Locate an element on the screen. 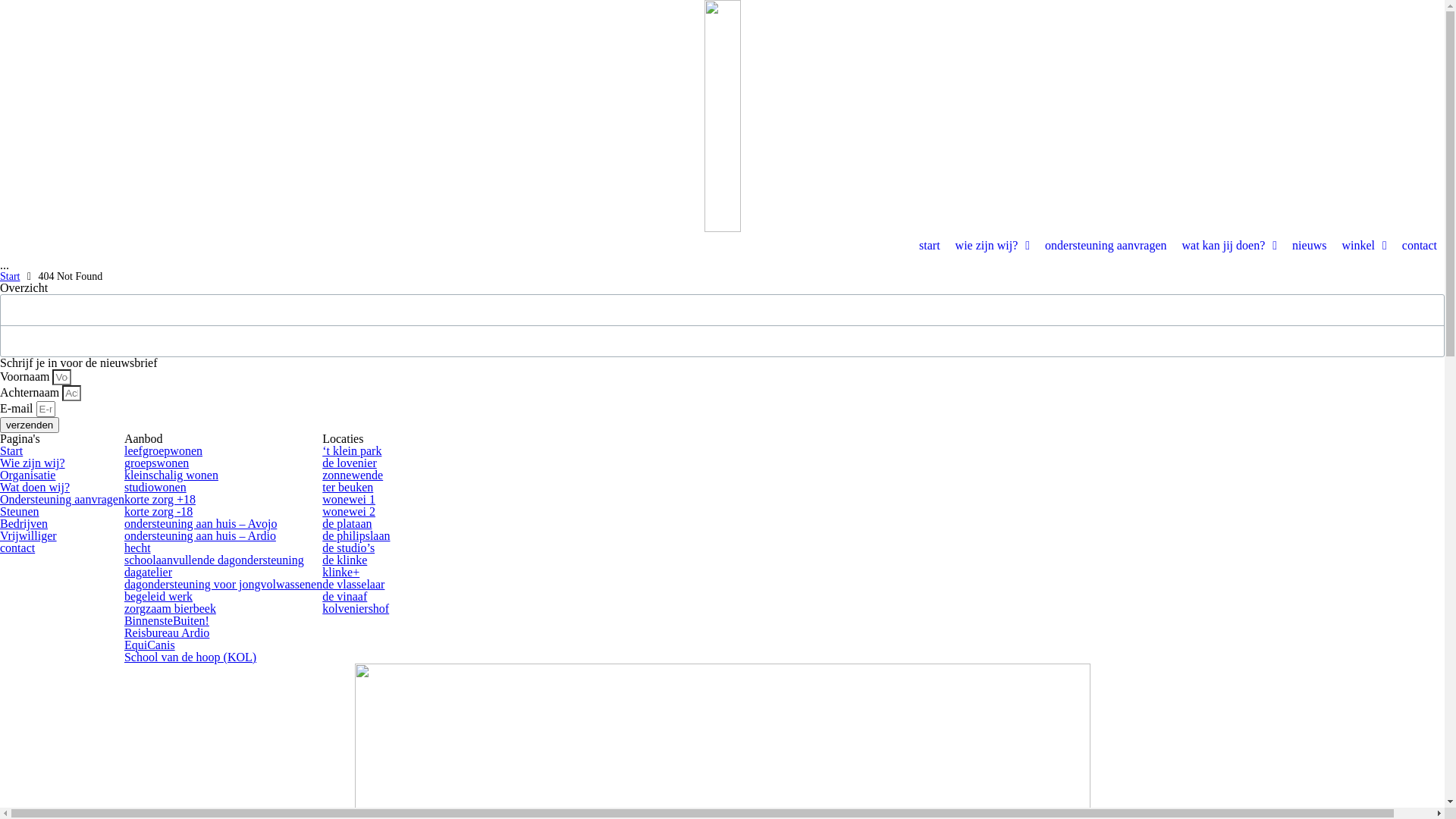 This screenshot has height=819, width=1456. 'korte zorg +18' is located at coordinates (160, 499).